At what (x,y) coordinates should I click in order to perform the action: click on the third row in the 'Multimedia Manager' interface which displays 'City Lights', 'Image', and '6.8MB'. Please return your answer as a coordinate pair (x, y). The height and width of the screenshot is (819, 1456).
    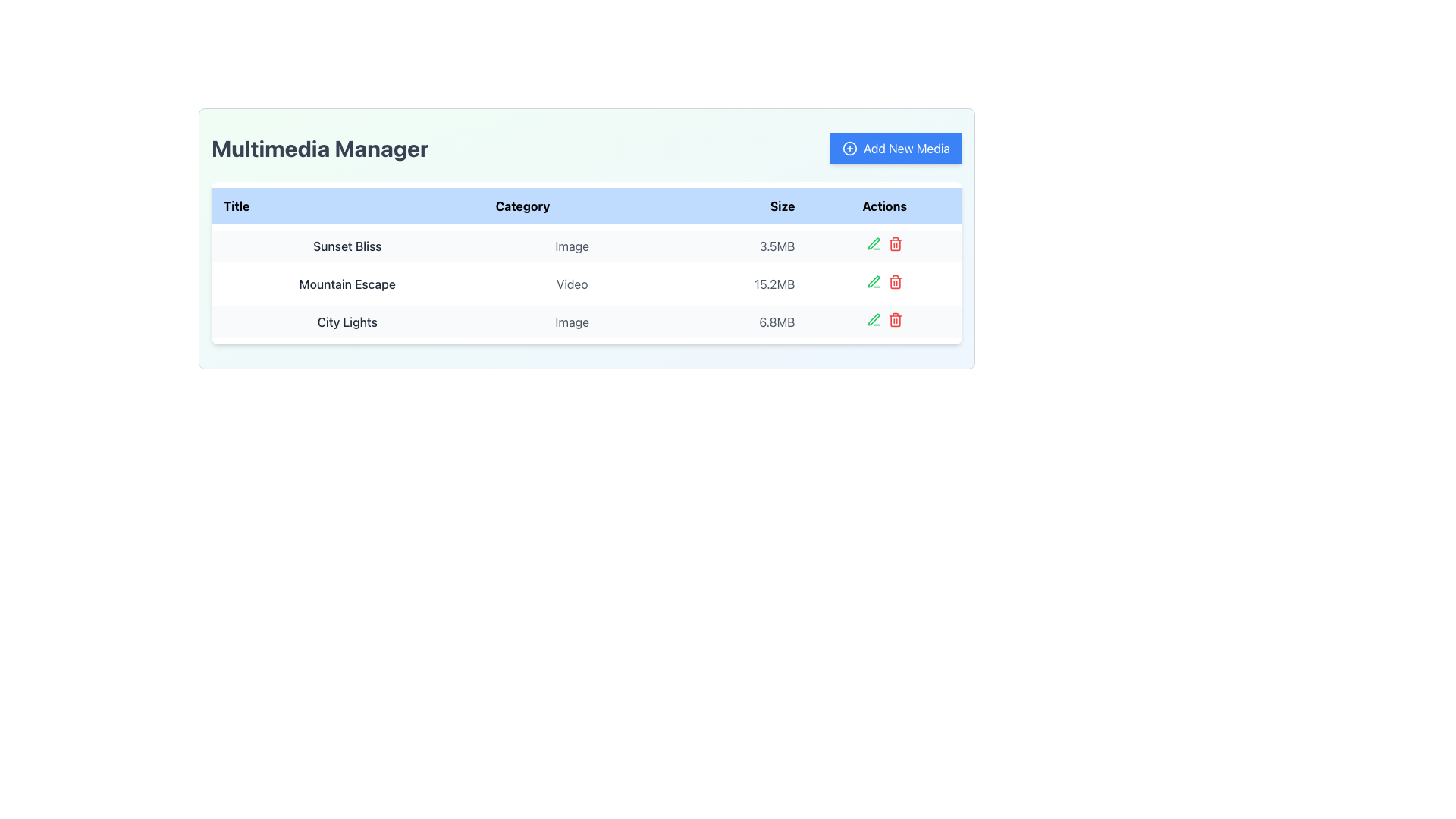
    Looking at the image, I should click on (585, 321).